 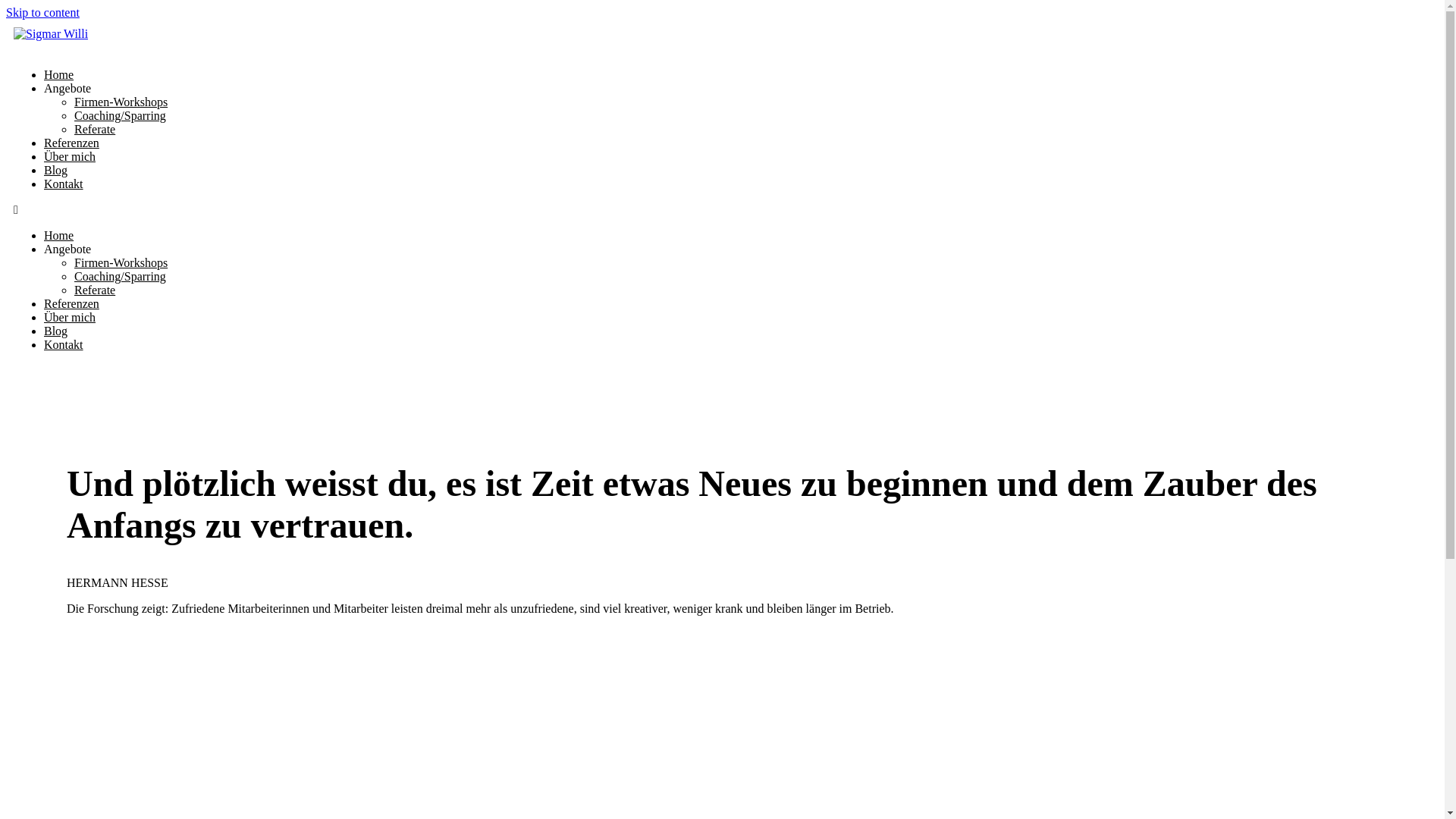 I want to click on 'Referate', so click(x=73, y=290).